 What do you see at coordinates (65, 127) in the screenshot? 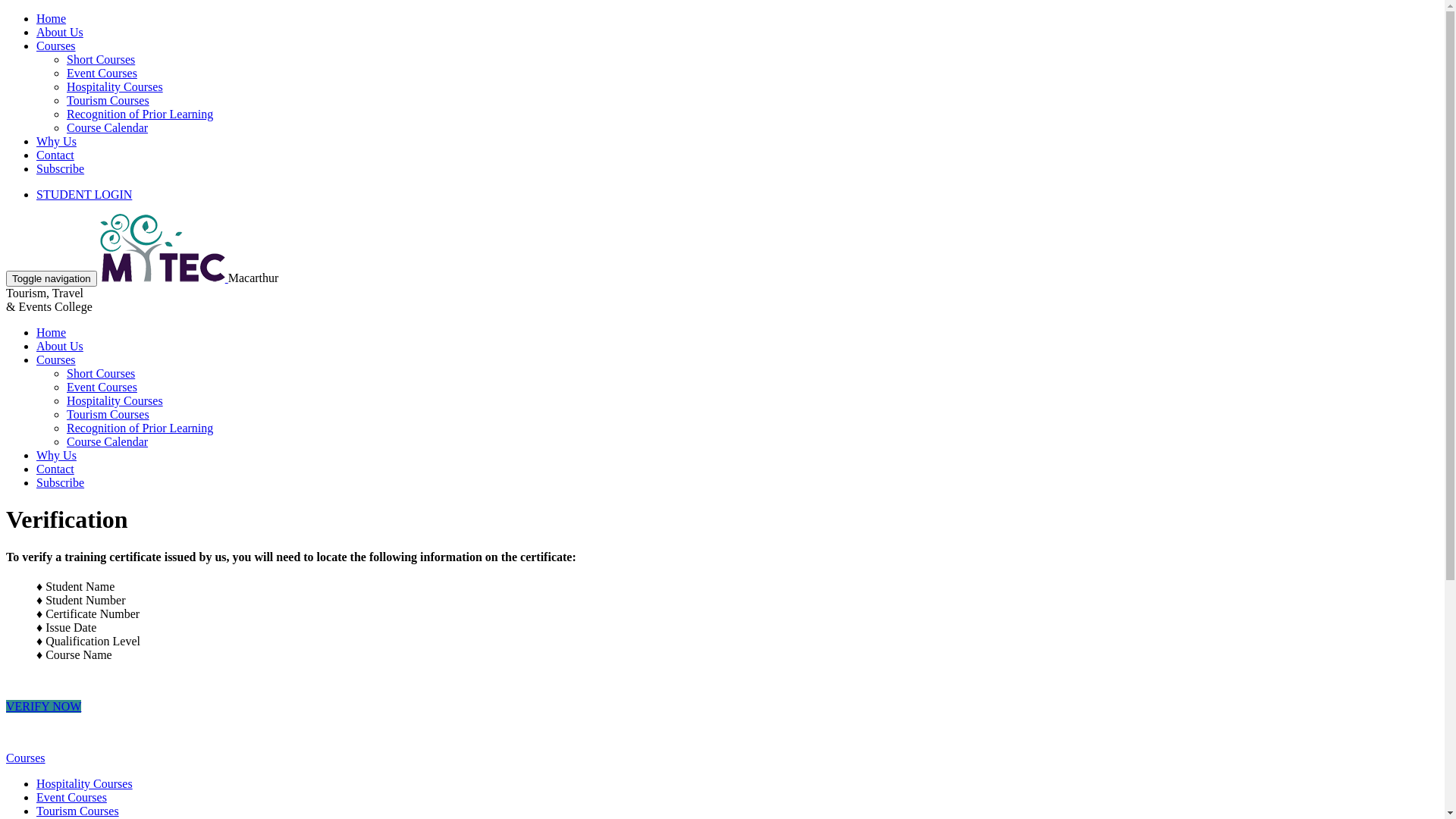
I see `'Course Calendar'` at bounding box center [65, 127].